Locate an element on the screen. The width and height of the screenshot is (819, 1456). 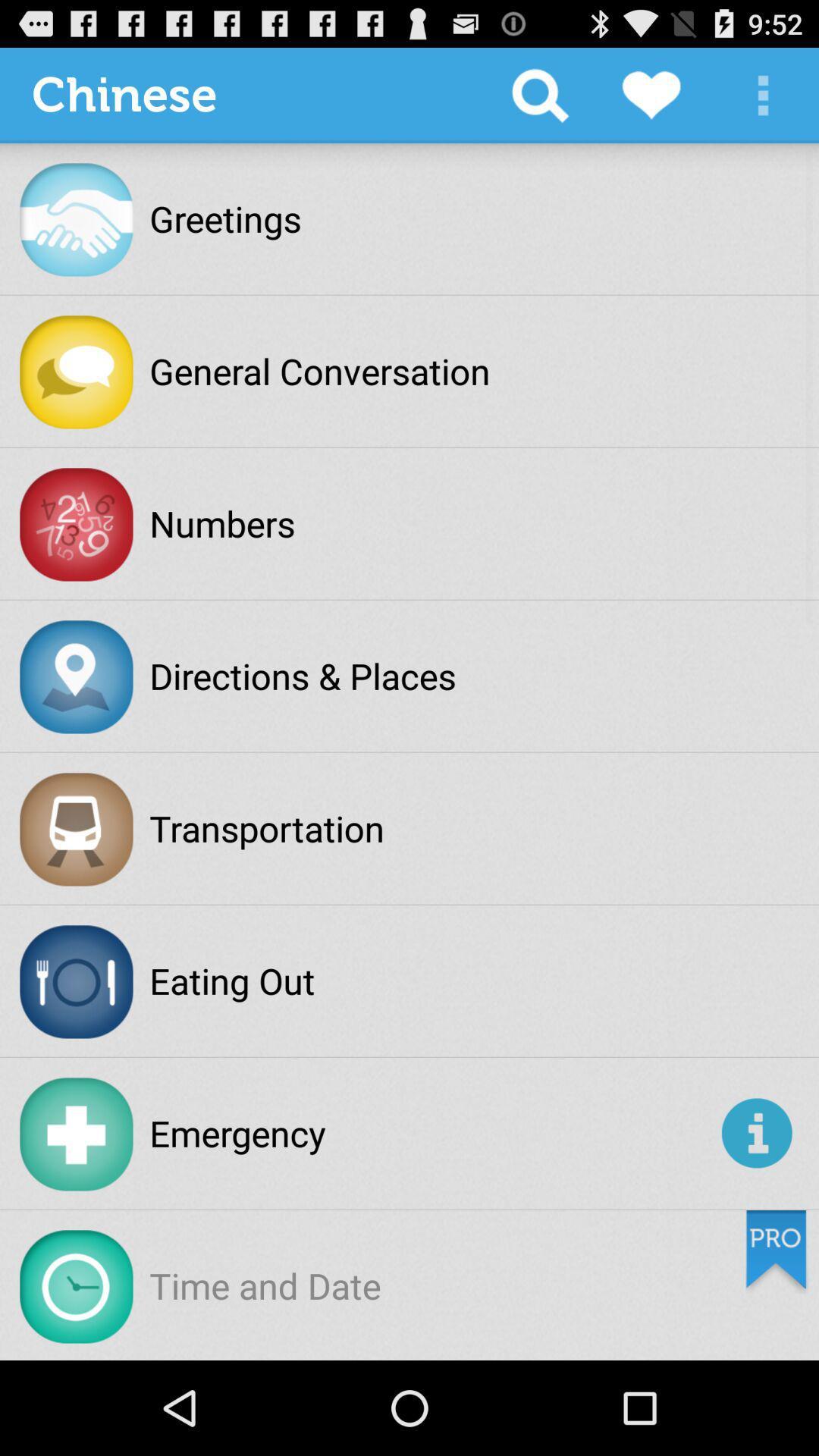
the greetings item is located at coordinates (225, 218).